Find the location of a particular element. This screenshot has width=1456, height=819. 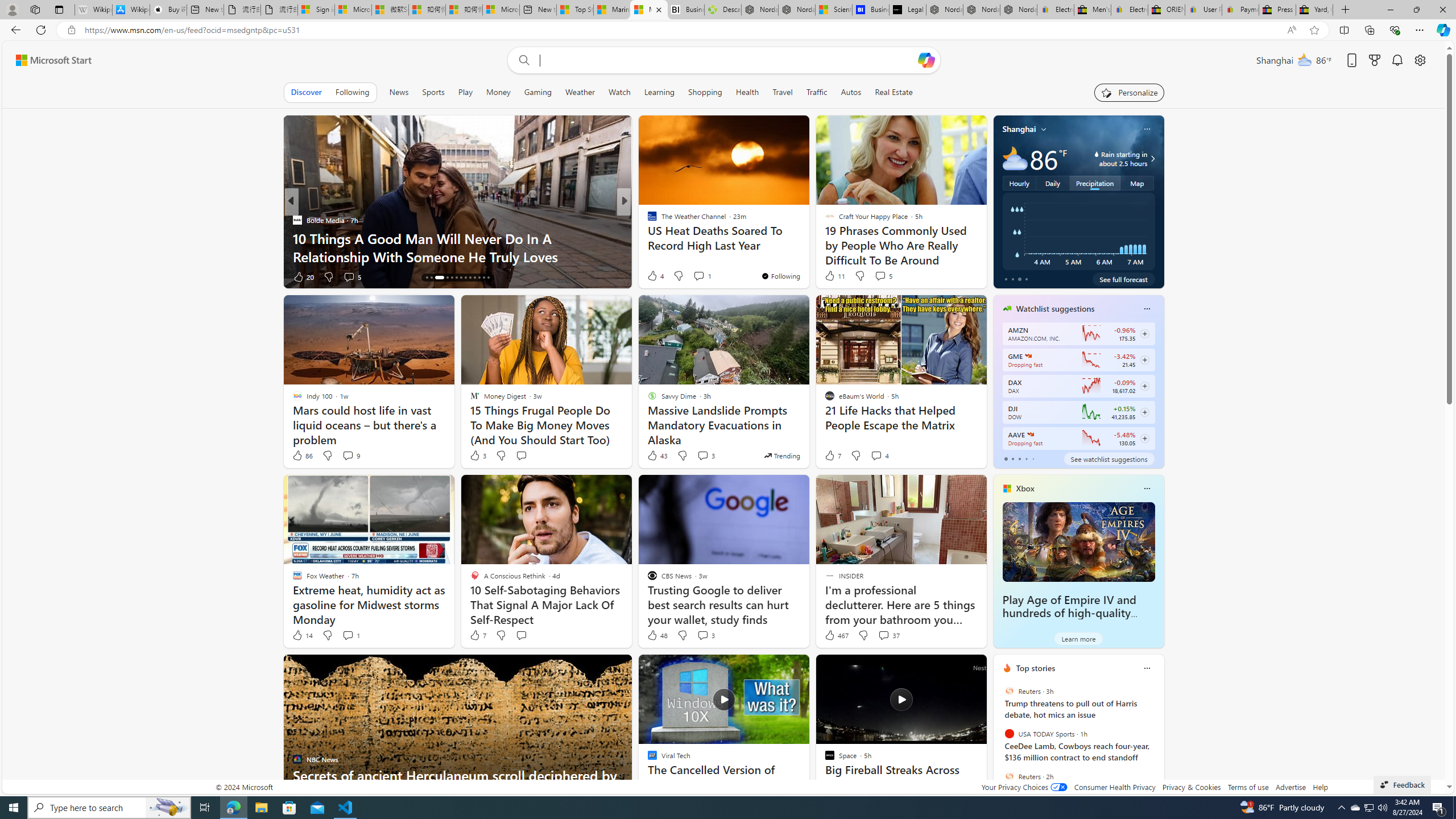

'Precipitation' is located at coordinates (1094, 183).